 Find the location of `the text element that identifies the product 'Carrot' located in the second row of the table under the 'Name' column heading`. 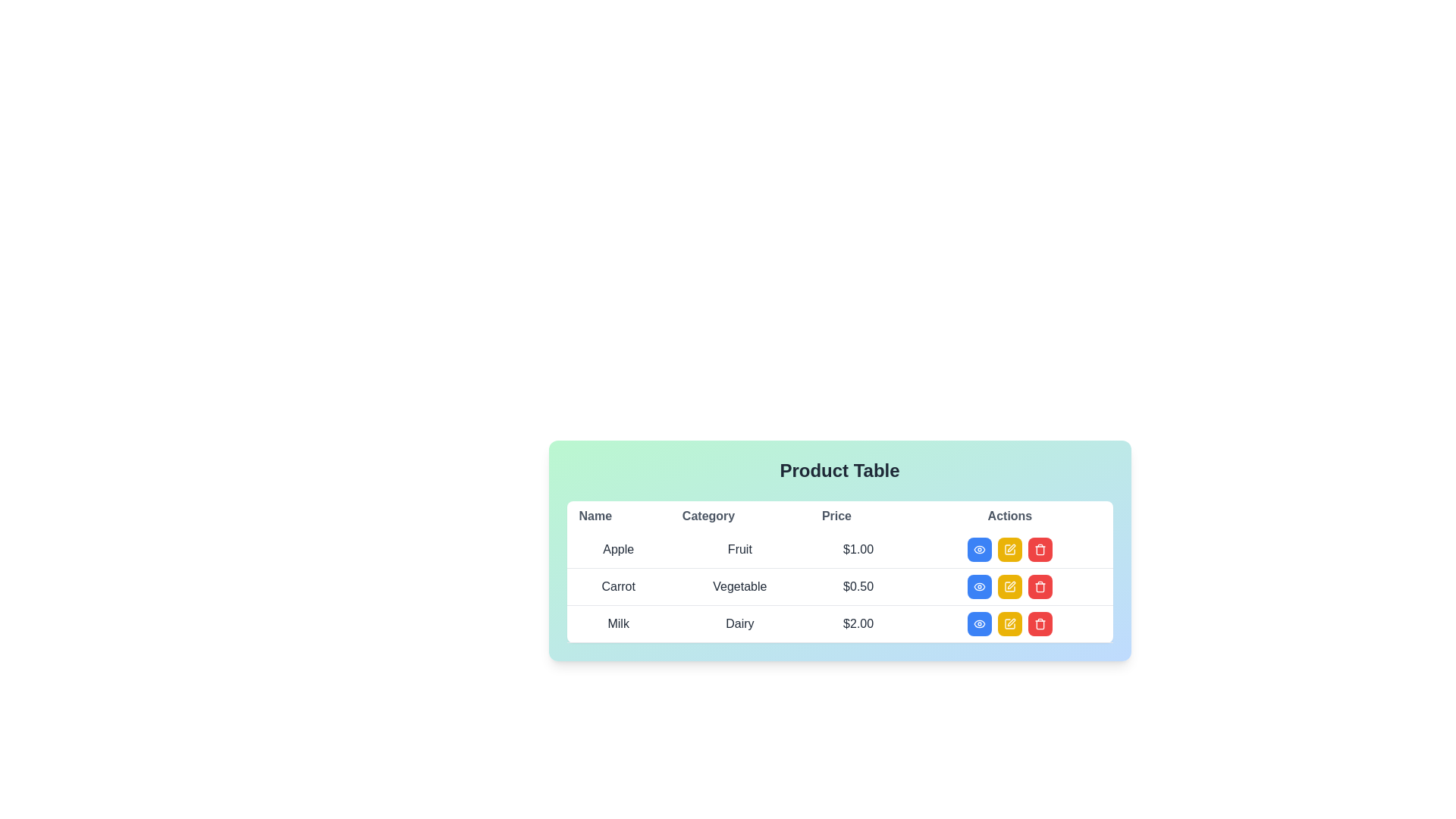

the text element that identifies the product 'Carrot' located in the second row of the table under the 'Name' column heading is located at coordinates (618, 586).